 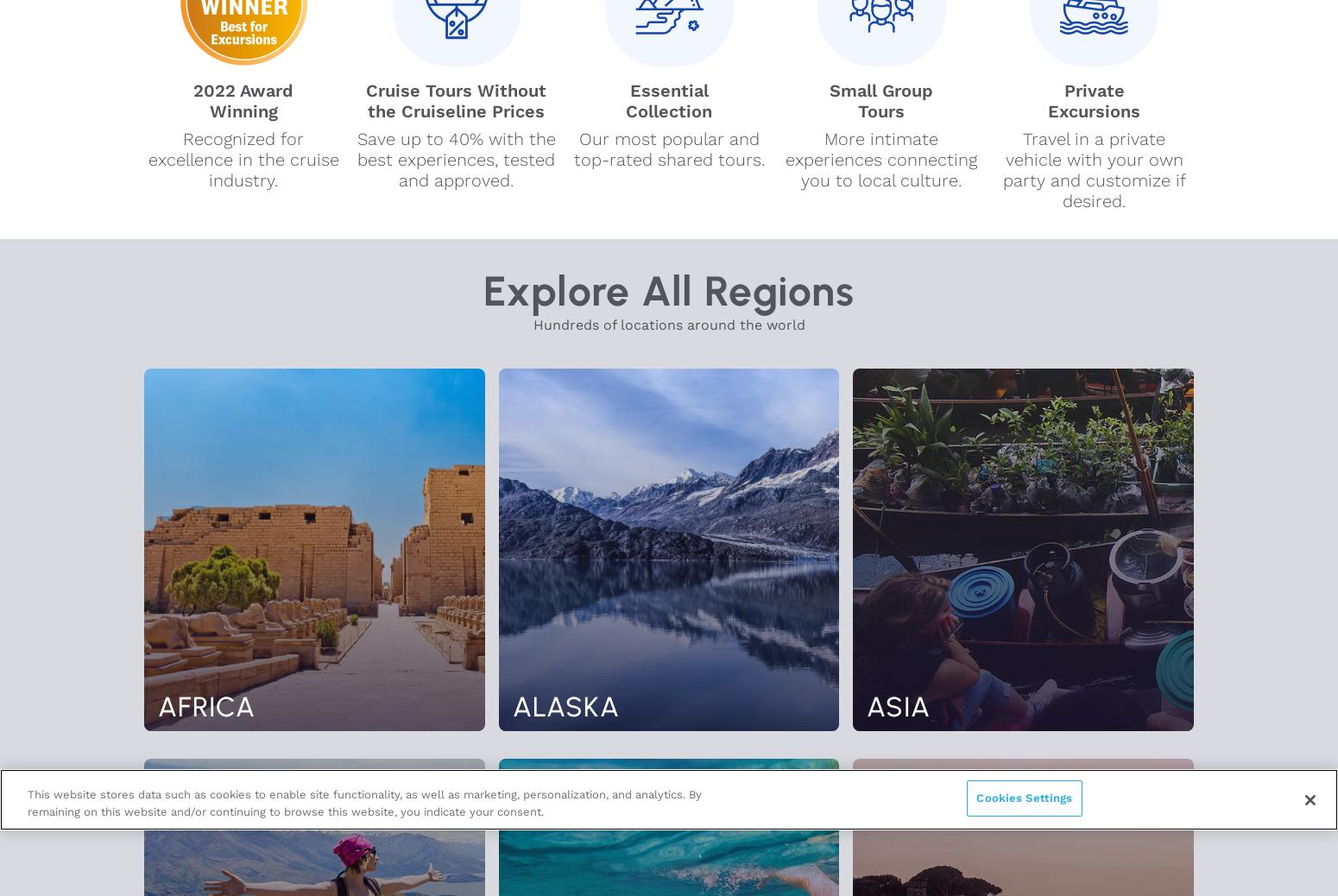 I want to click on 'Winning', so click(x=208, y=109).